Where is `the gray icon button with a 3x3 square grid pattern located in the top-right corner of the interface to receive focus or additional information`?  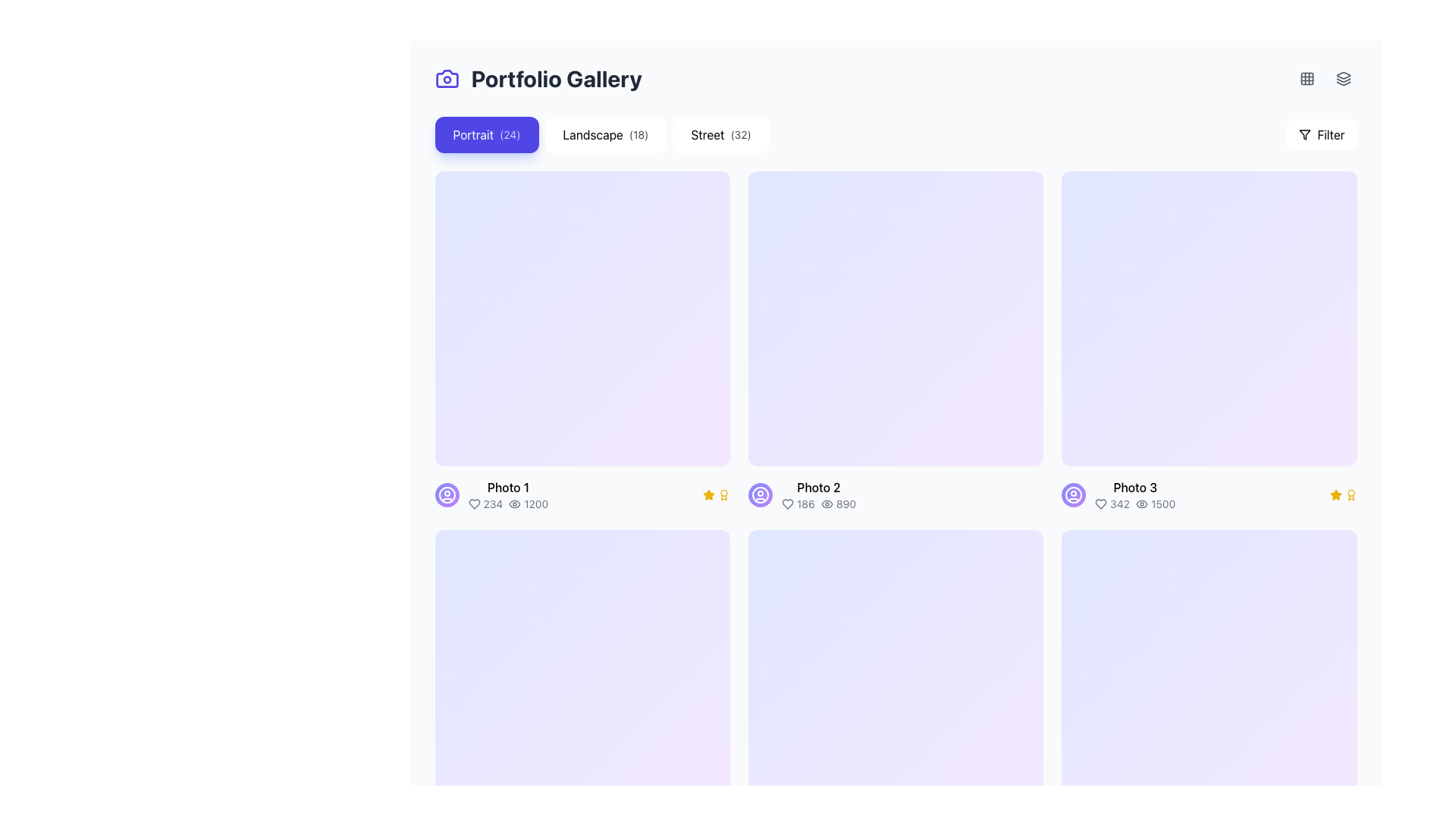
the gray icon button with a 3x3 square grid pattern located in the top-right corner of the interface to receive focus or additional information is located at coordinates (1306, 79).